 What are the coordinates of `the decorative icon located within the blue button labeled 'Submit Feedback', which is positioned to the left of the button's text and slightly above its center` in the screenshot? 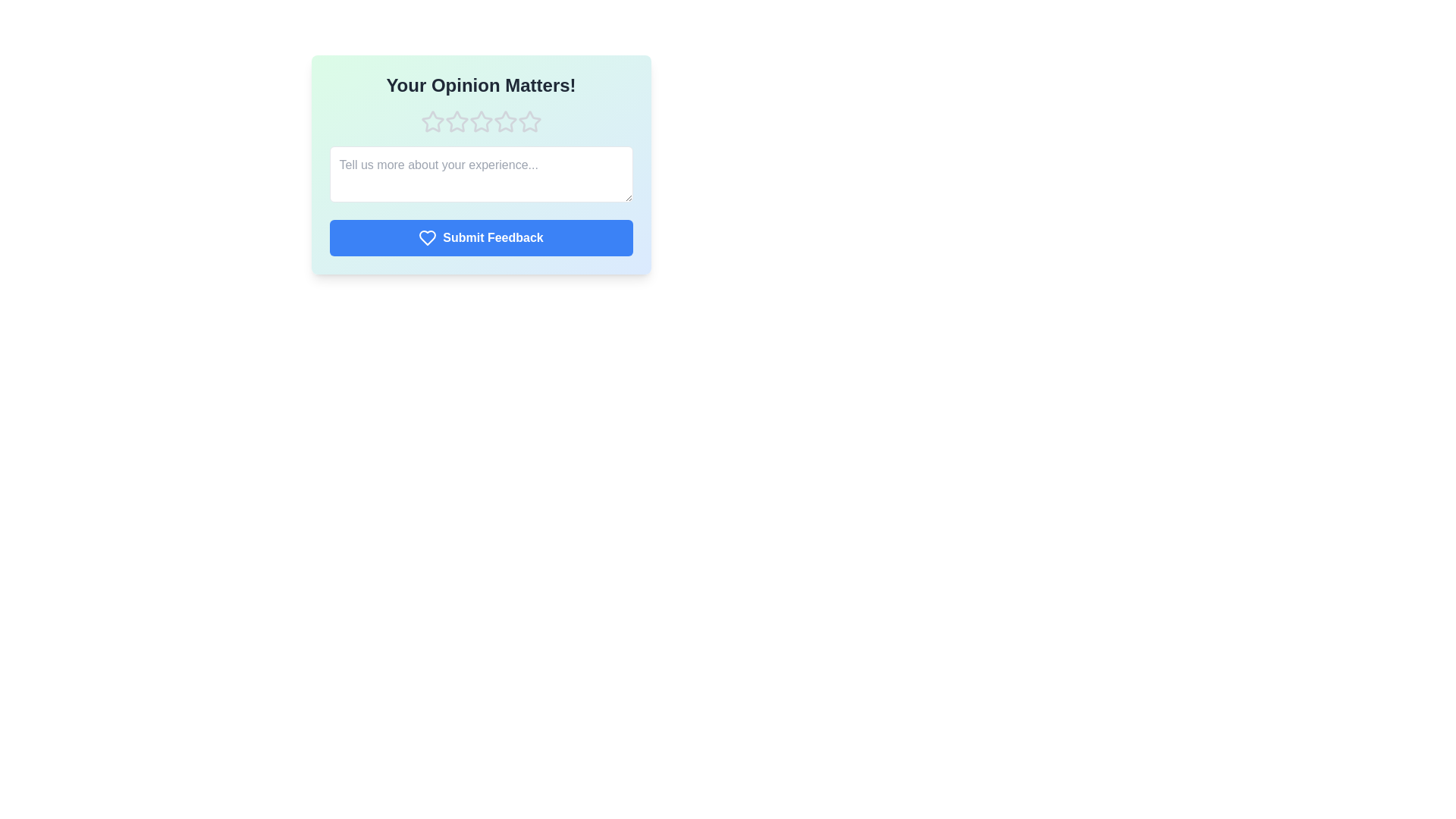 It's located at (427, 237).